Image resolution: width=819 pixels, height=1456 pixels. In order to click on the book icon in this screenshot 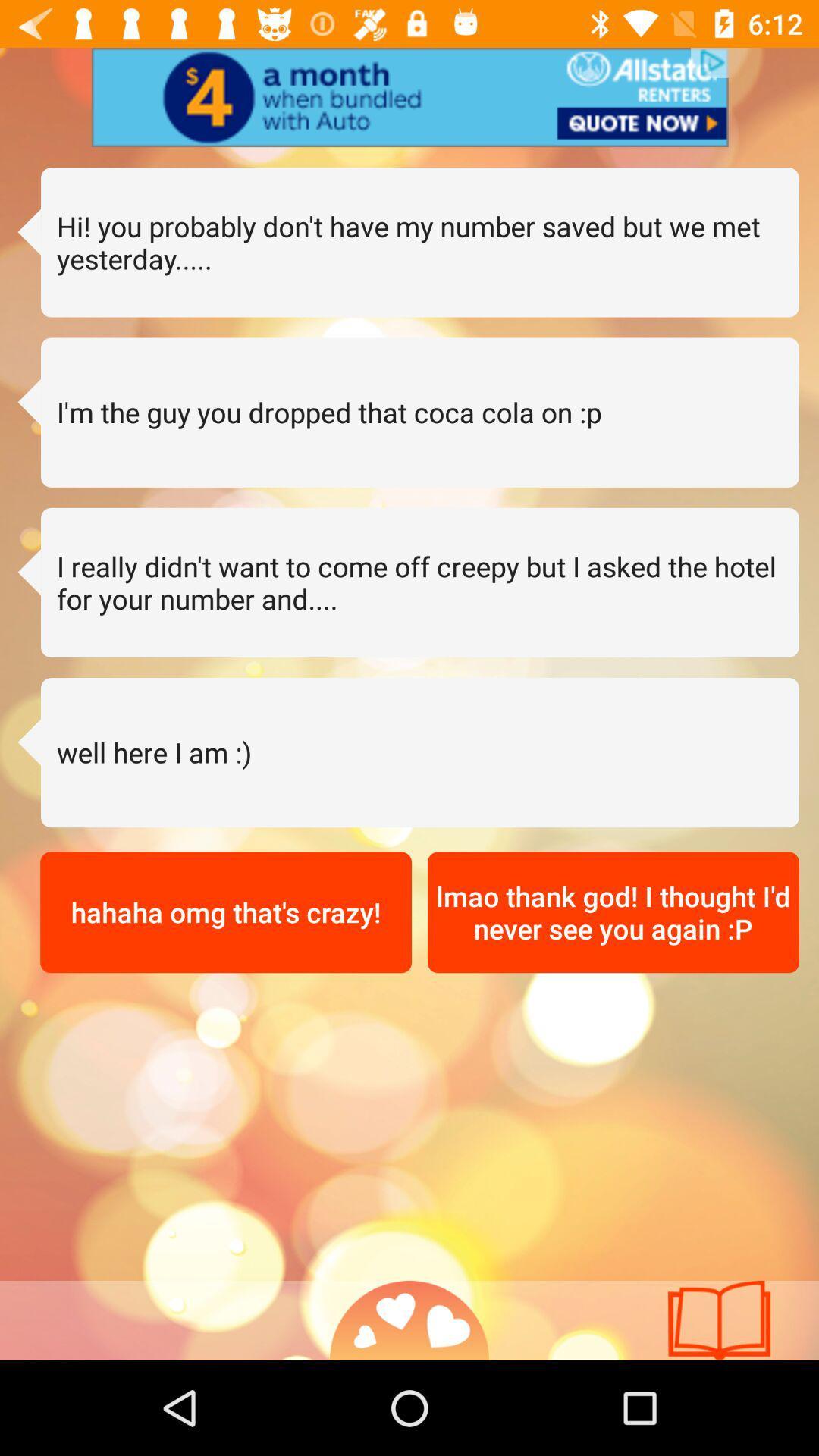, I will do `click(718, 1319)`.